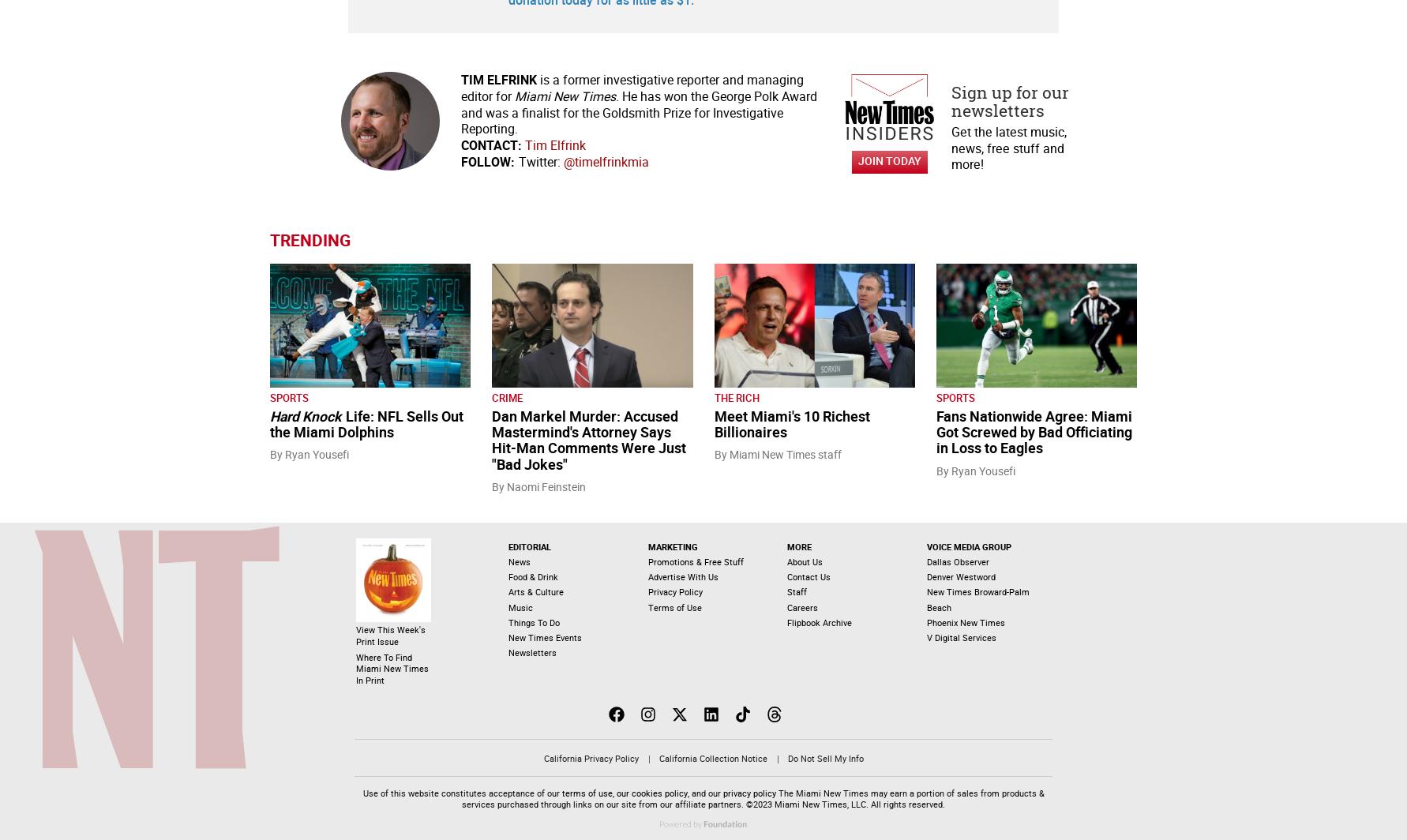  I want to click on 'Things To Do', so click(506, 621).